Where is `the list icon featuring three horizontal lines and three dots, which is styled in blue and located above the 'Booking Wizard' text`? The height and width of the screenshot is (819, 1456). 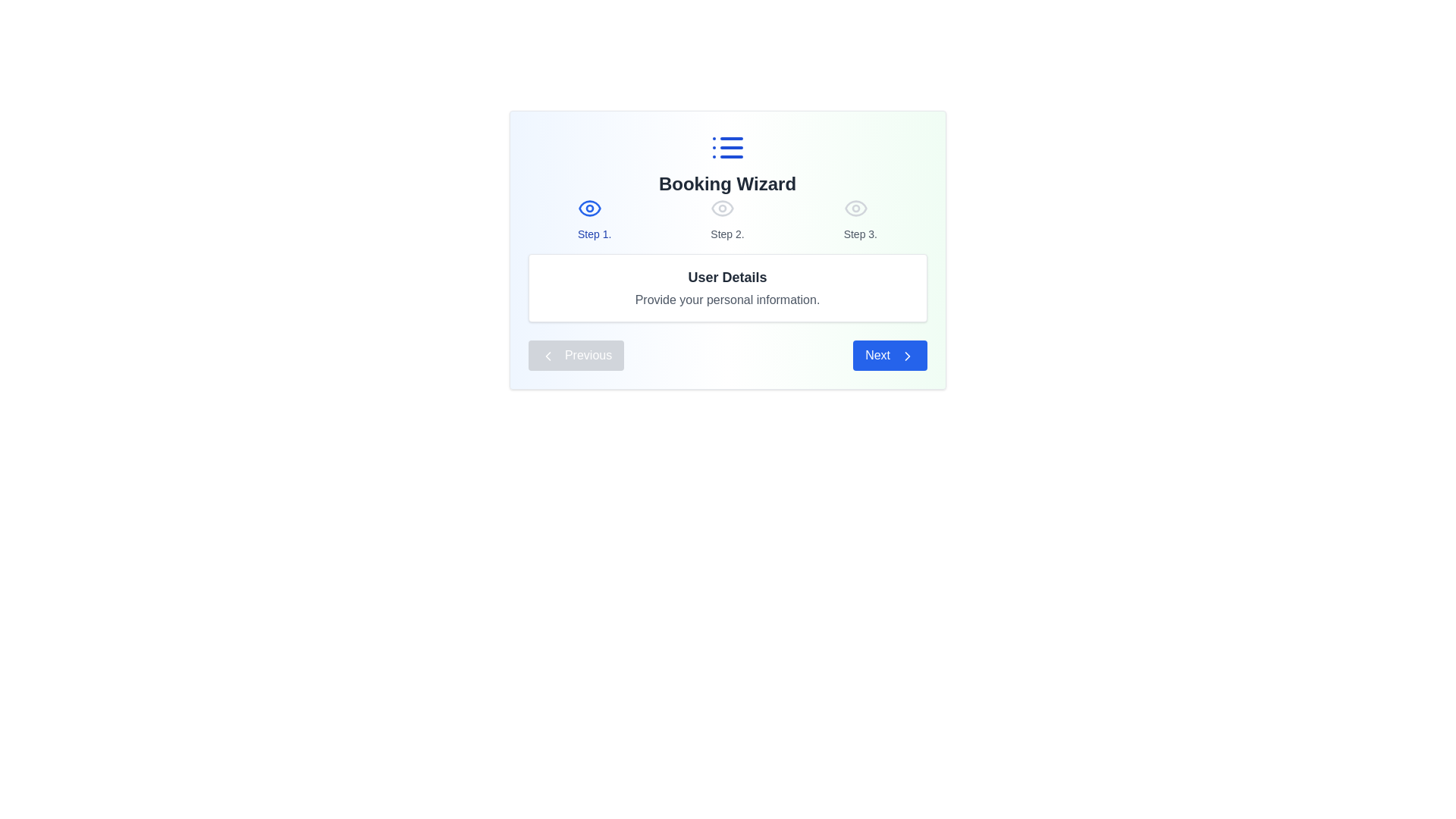 the list icon featuring three horizontal lines and three dots, which is styled in blue and located above the 'Booking Wizard' text is located at coordinates (726, 148).